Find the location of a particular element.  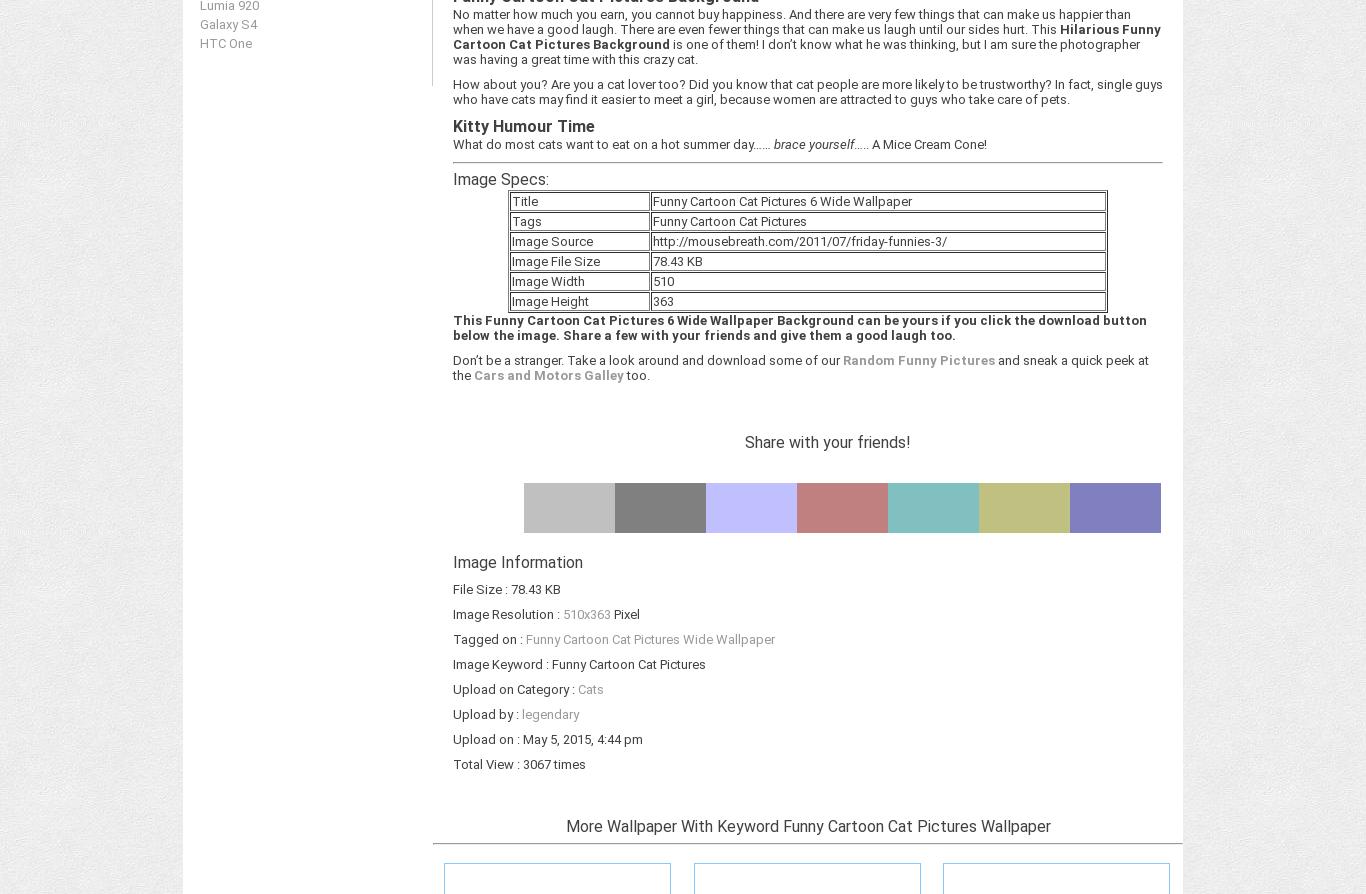

'Upload by :' is located at coordinates (487, 713).